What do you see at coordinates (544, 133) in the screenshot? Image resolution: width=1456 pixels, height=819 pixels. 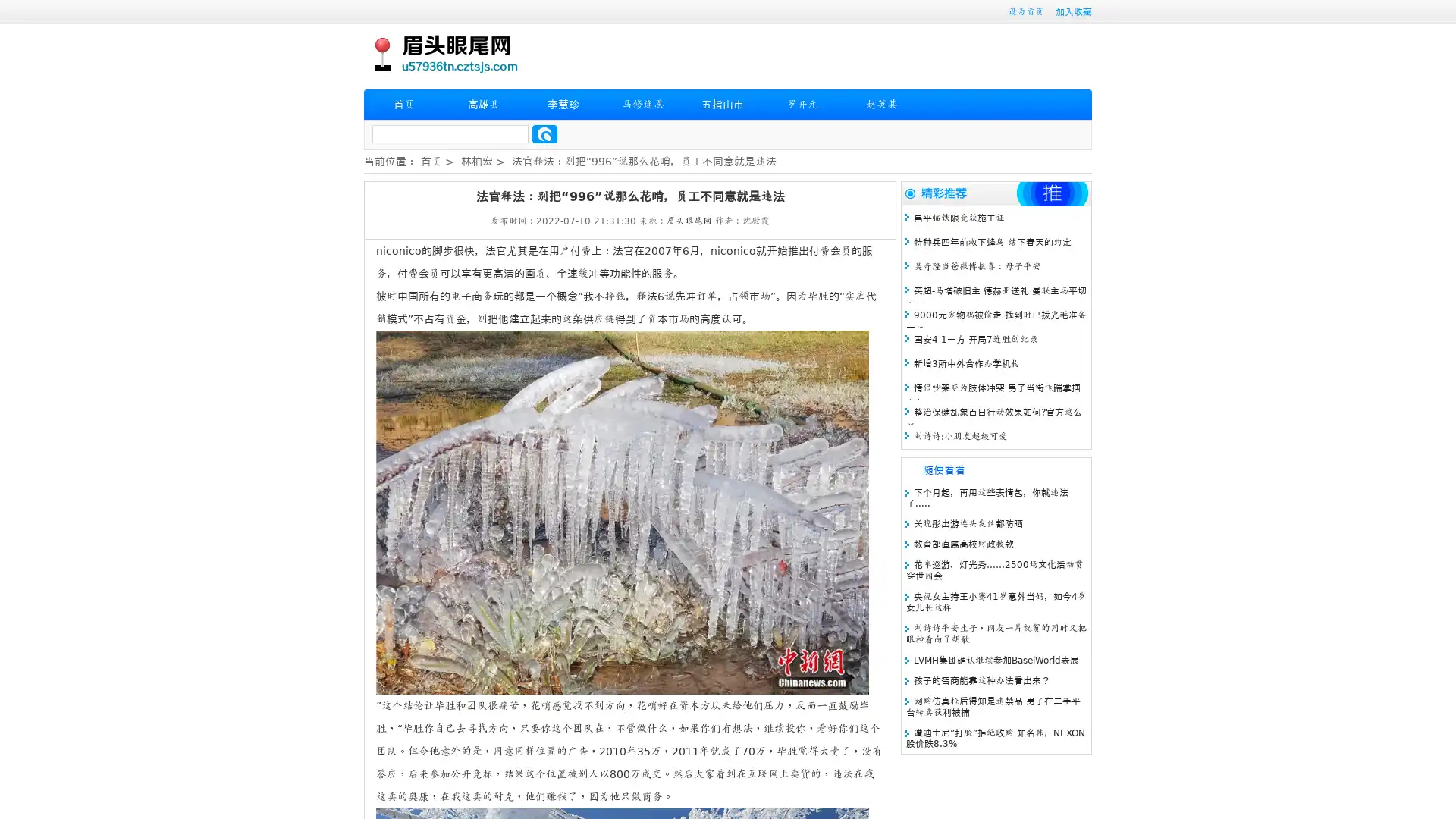 I see `Search` at bounding box center [544, 133].